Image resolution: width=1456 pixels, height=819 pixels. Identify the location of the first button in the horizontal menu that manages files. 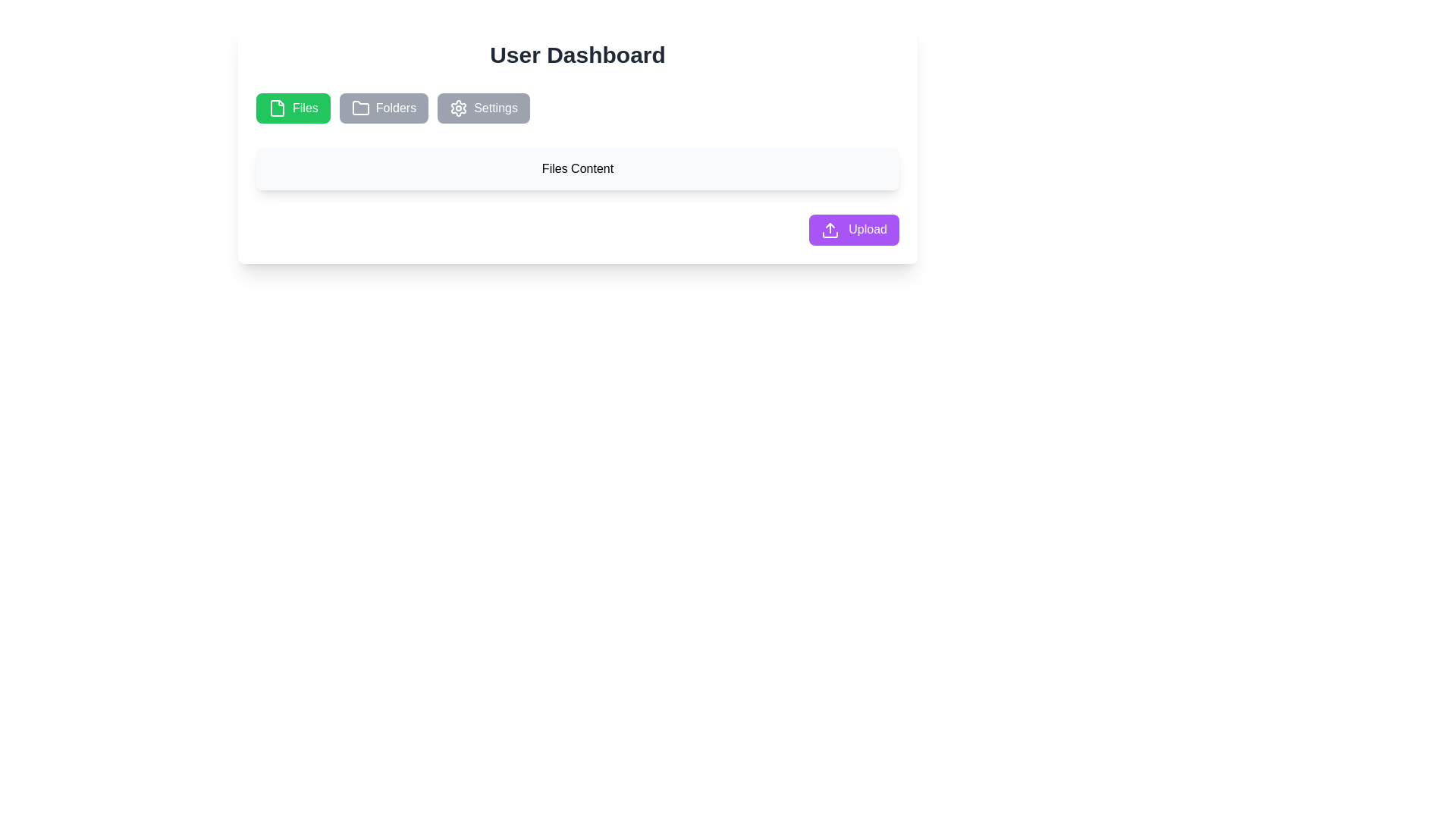
(293, 107).